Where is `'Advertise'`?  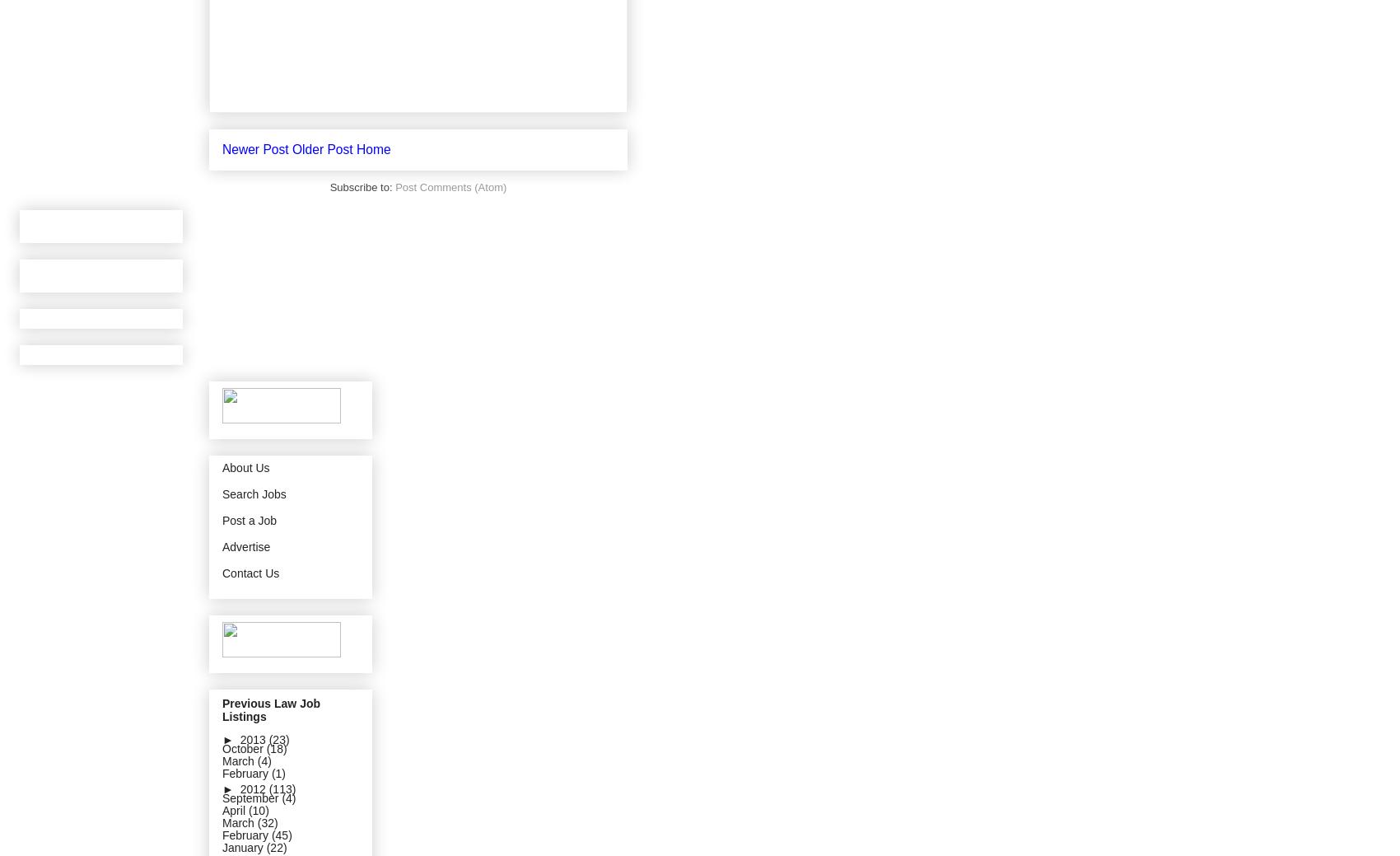
'Advertise' is located at coordinates (246, 545).